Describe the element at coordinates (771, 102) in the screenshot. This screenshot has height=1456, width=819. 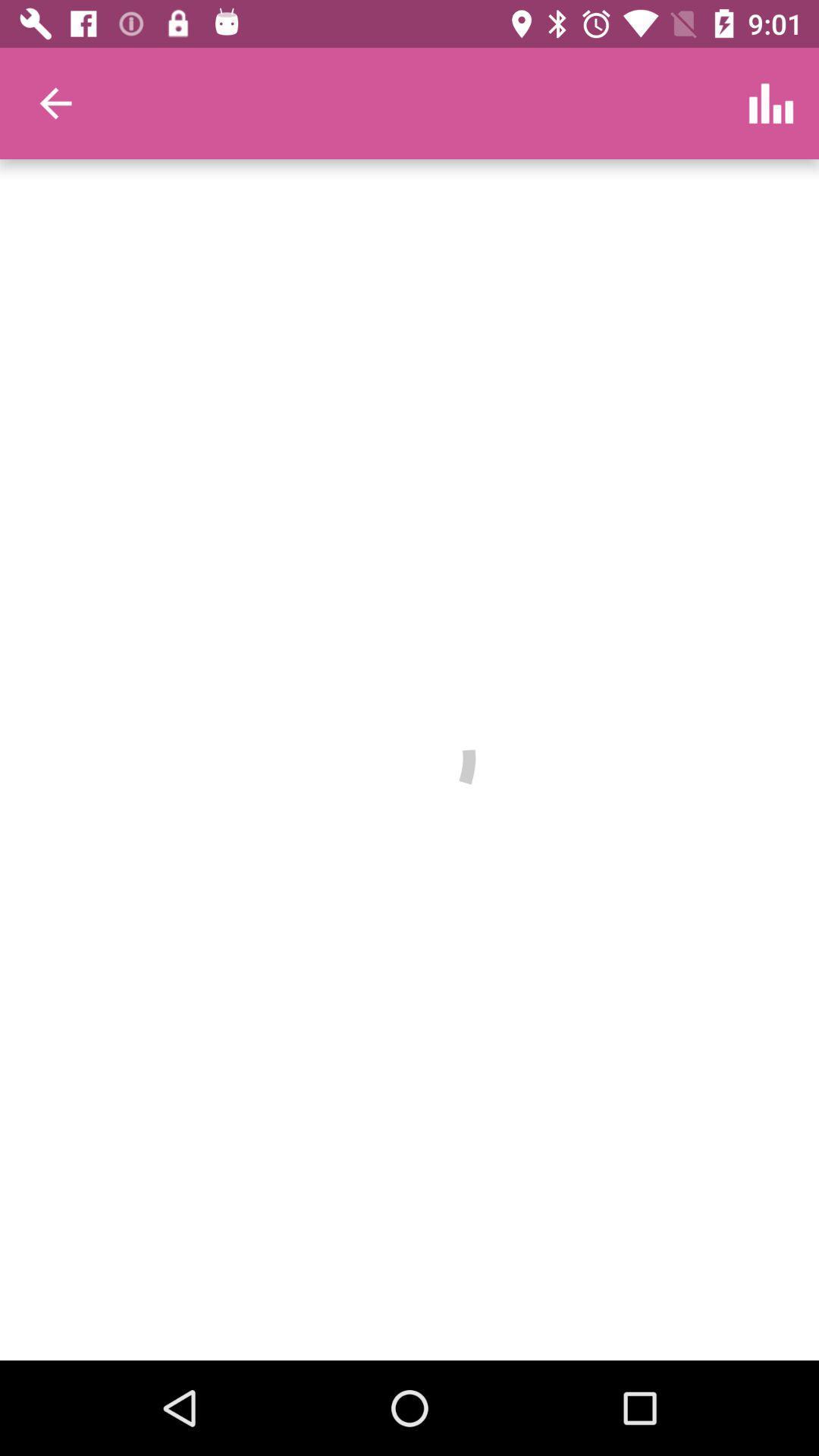
I see `the icon at the top right corner` at that location.